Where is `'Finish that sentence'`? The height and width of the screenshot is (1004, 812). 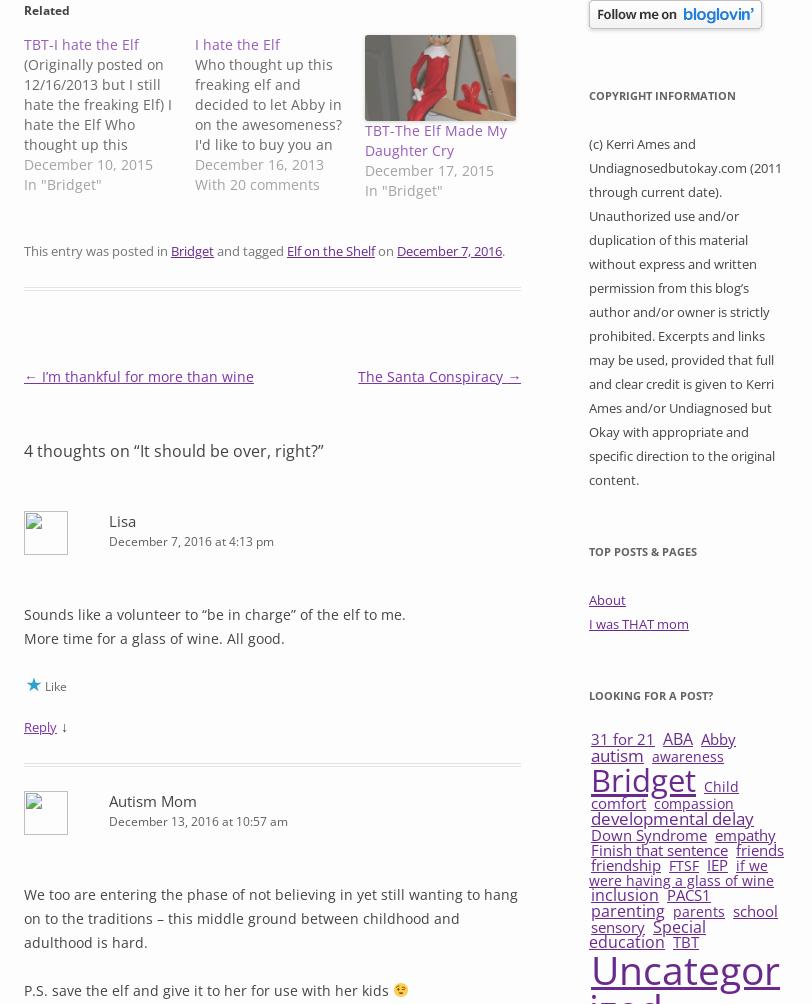
'Finish that sentence' is located at coordinates (659, 849).